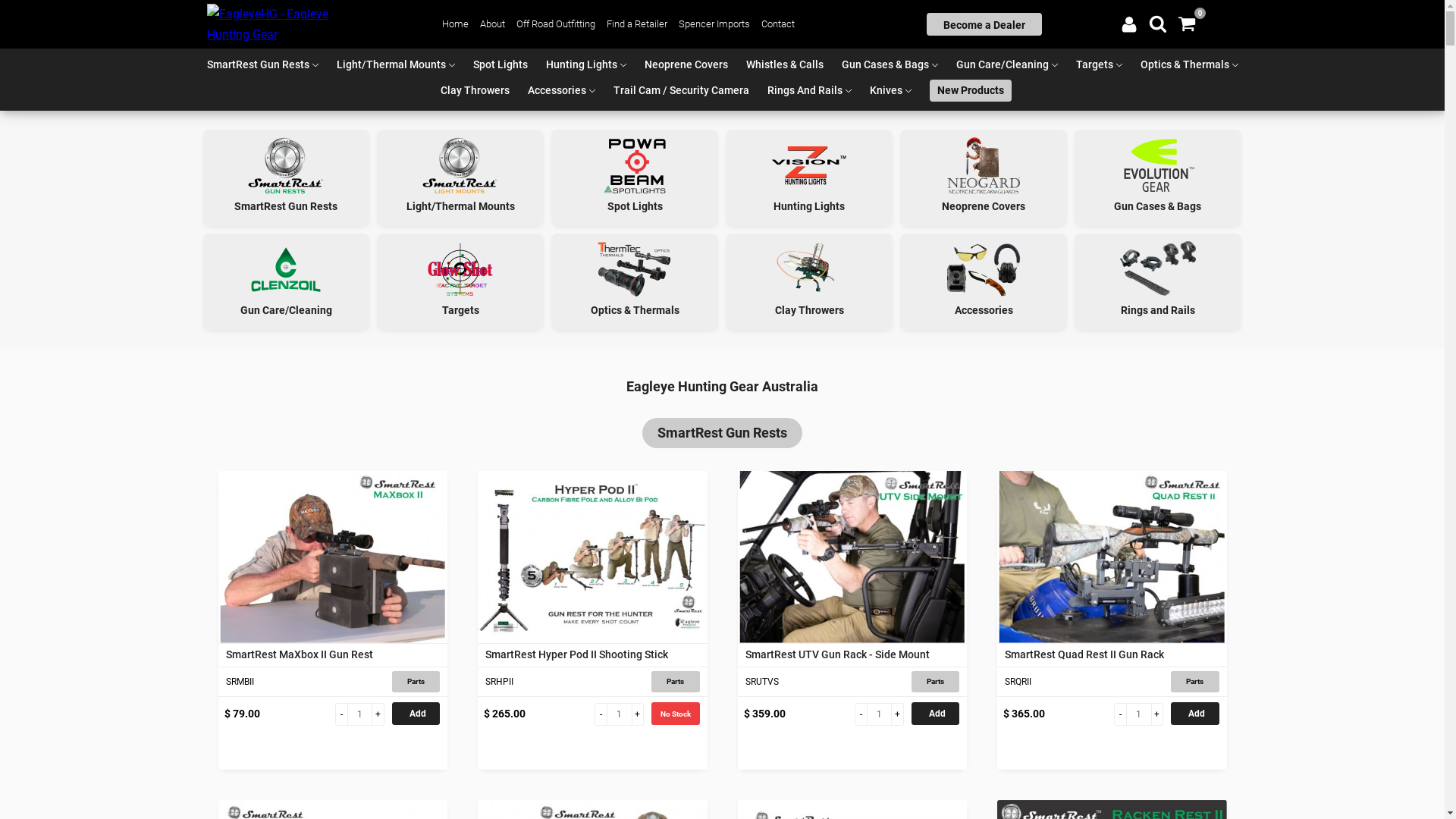  I want to click on 'SmartRest MaXbox II Gun Rest', so click(332, 557).